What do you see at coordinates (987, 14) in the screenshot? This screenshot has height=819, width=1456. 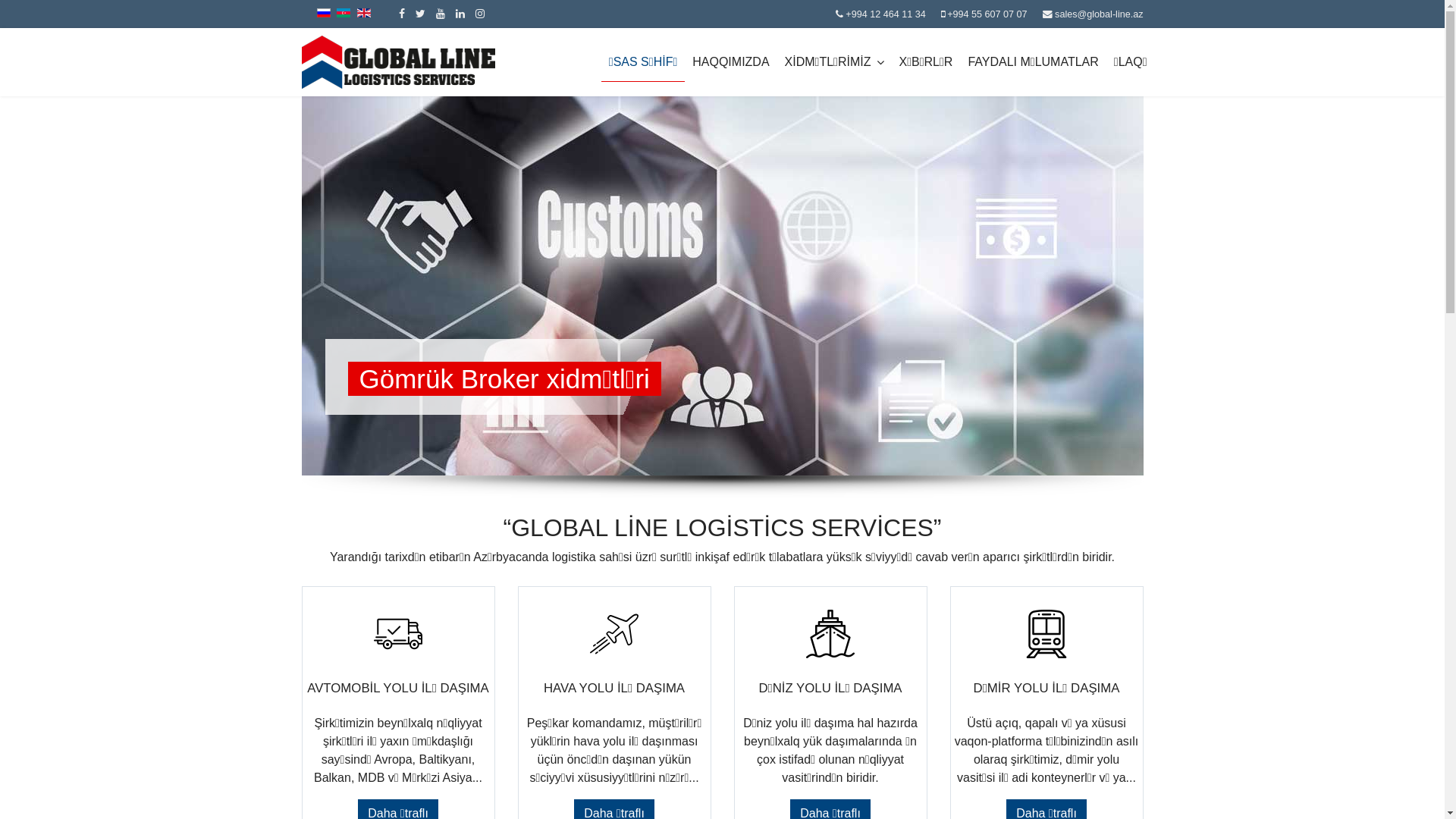 I see `'+994 55 607 07 07'` at bounding box center [987, 14].